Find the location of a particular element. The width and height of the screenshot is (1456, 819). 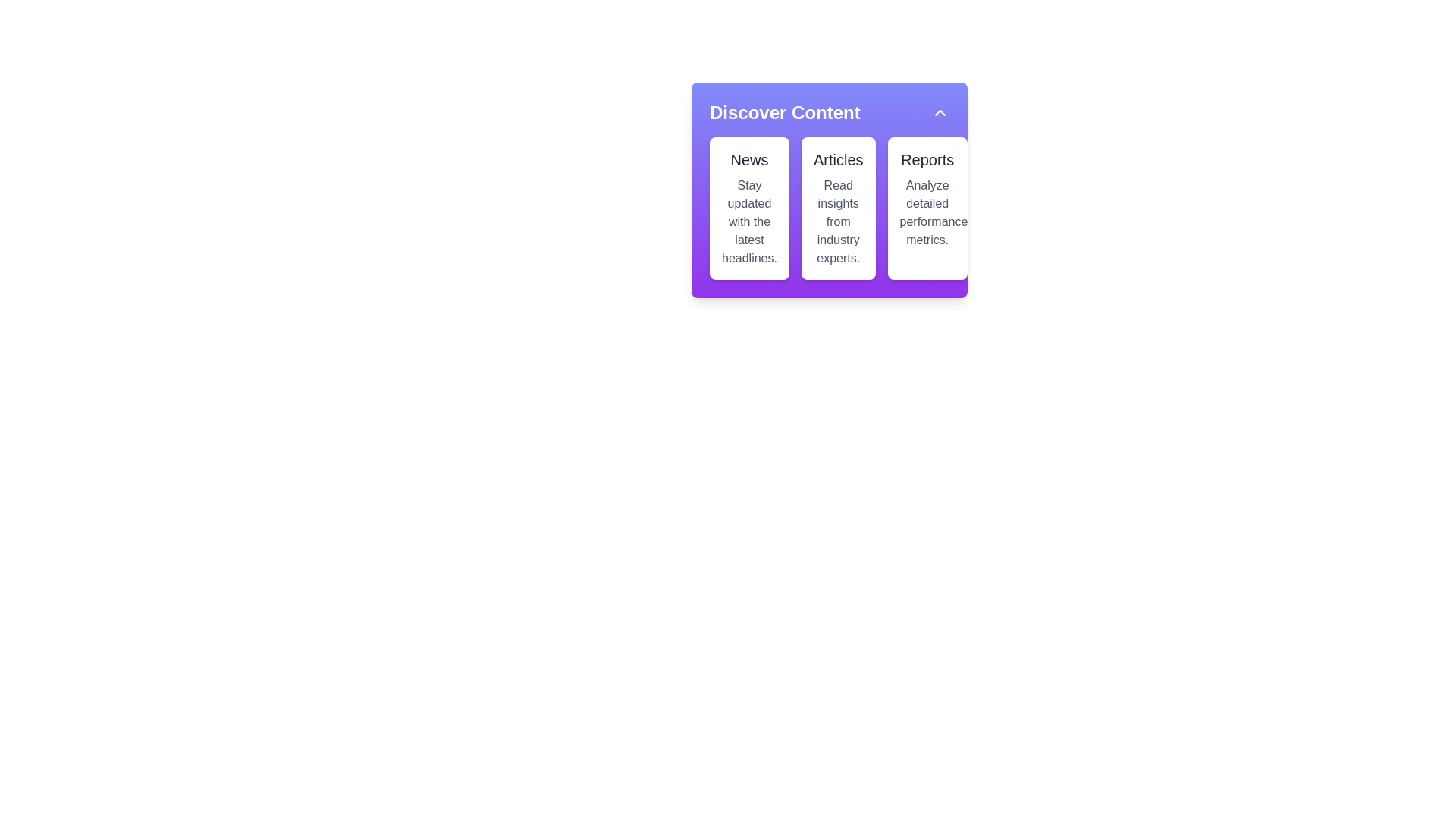

text element that states 'Analyze detailed performance metrics.' which is located within a white rectangular tile in the purple modal titled 'Discover Content.' is located at coordinates (927, 213).